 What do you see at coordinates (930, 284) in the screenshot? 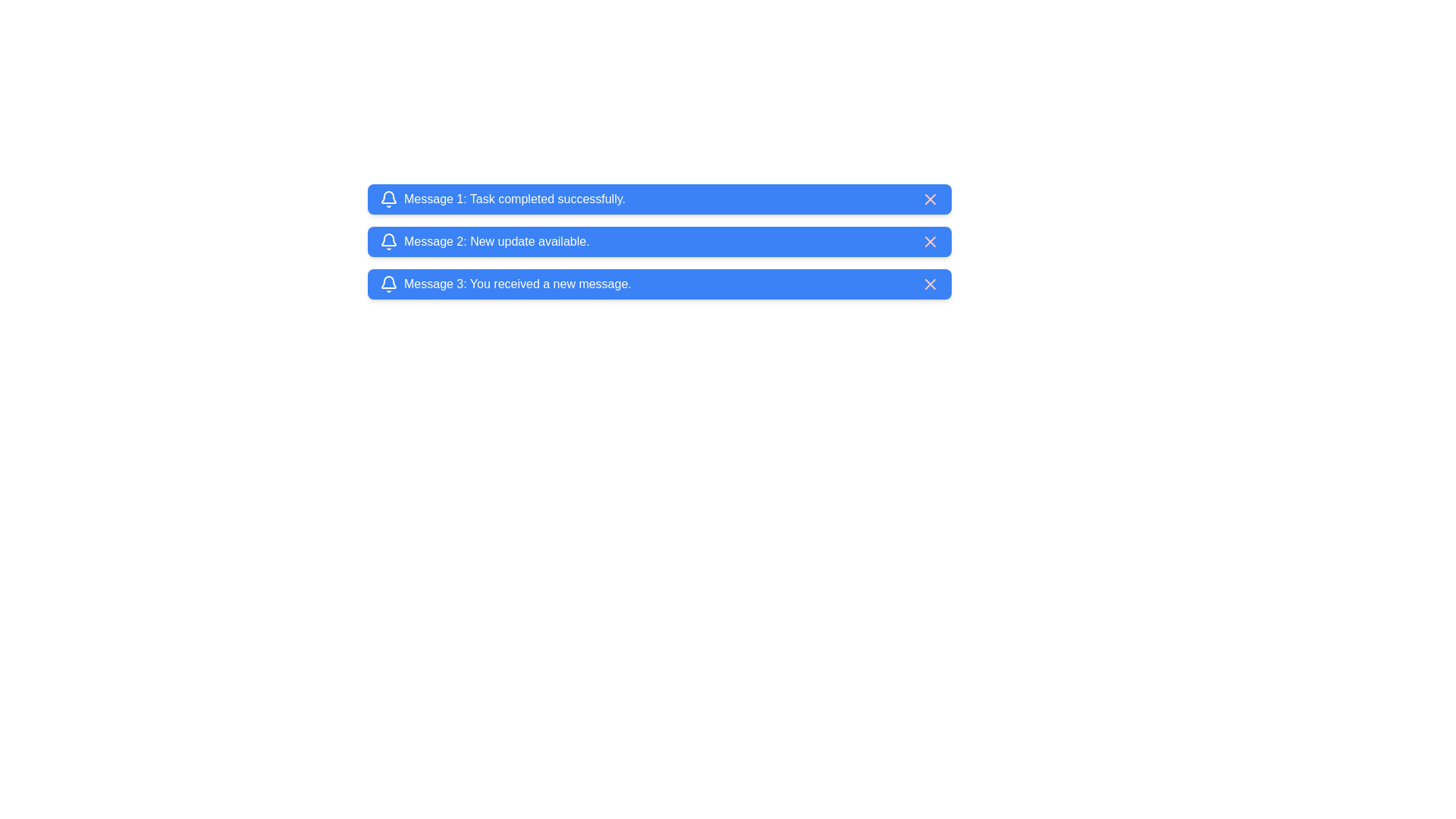
I see `the close icon of the notification that contains the message 'You received a new message'` at bounding box center [930, 284].